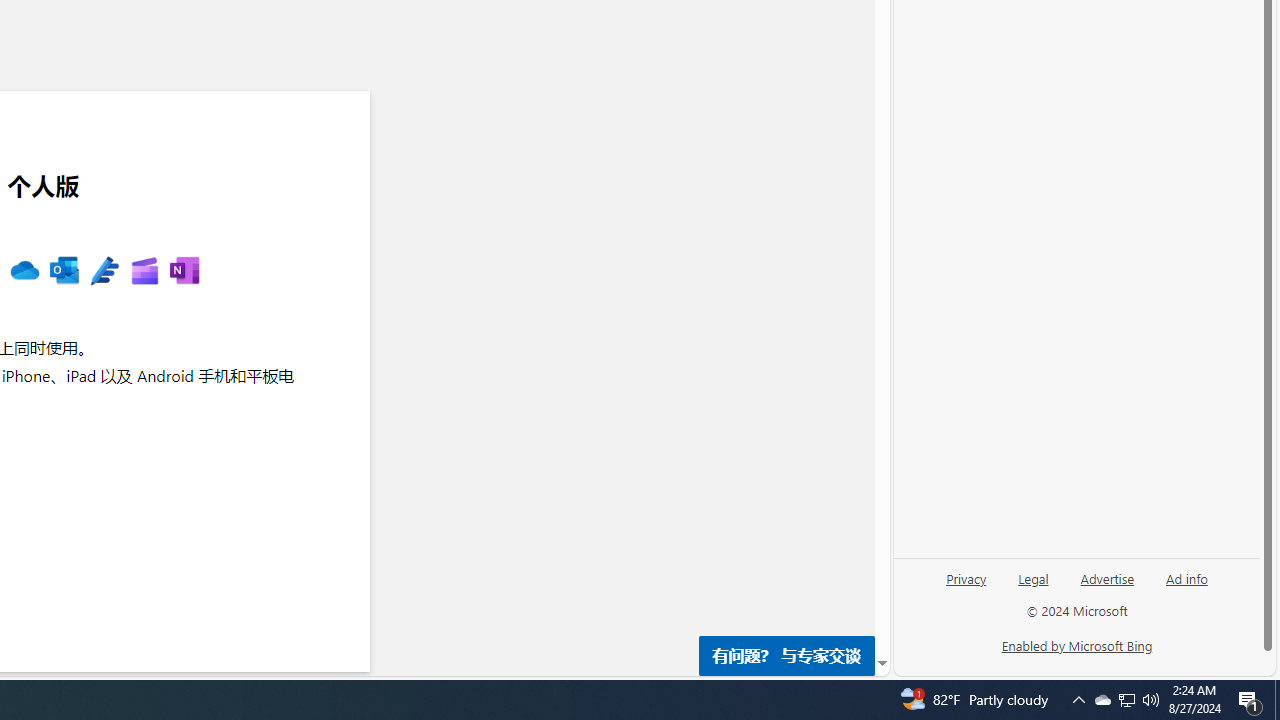  I want to click on 'MS Outlook ', so click(64, 271).